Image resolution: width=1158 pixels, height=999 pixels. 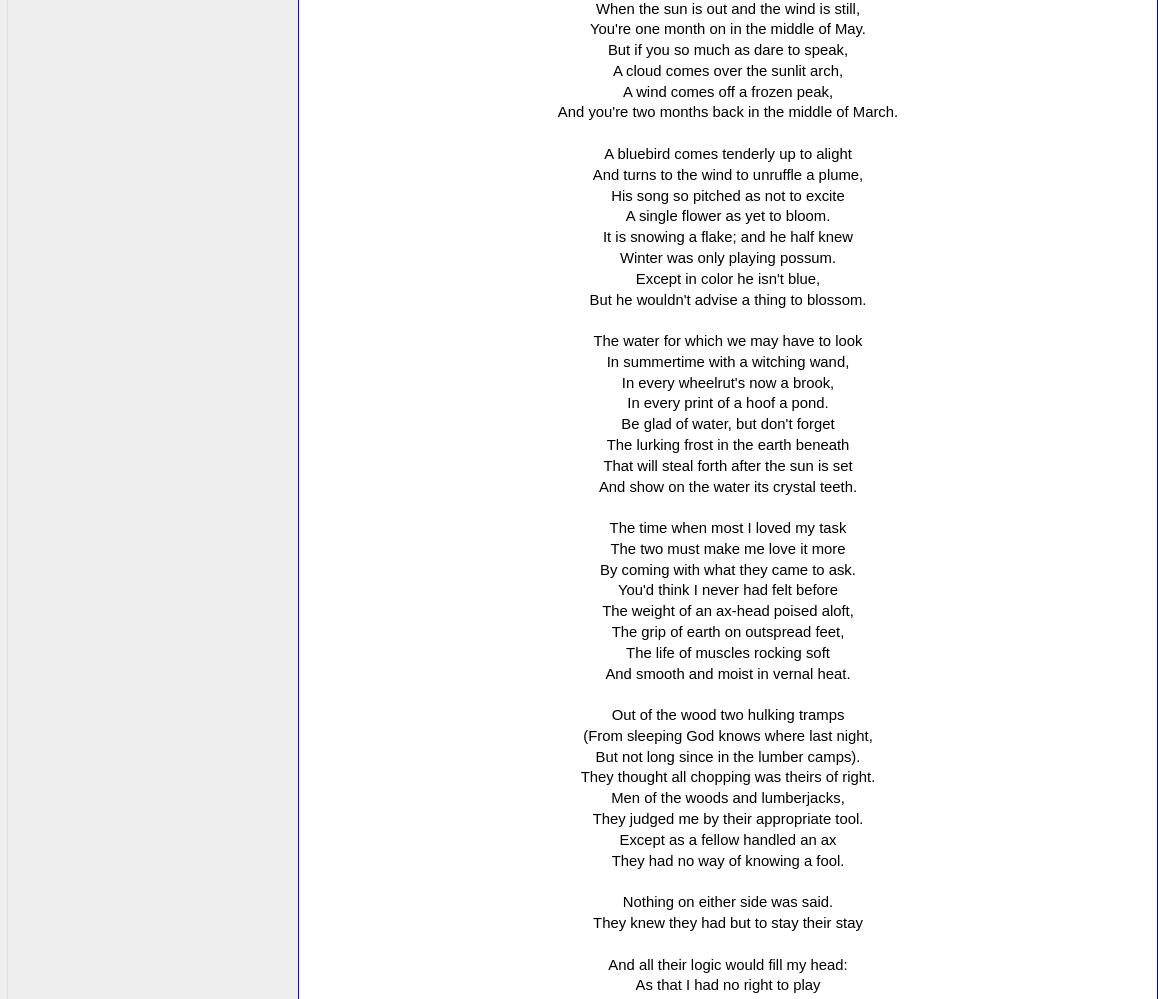 What do you see at coordinates (620, 382) in the screenshot?
I see `'In every wheelrut's now a brook,'` at bounding box center [620, 382].